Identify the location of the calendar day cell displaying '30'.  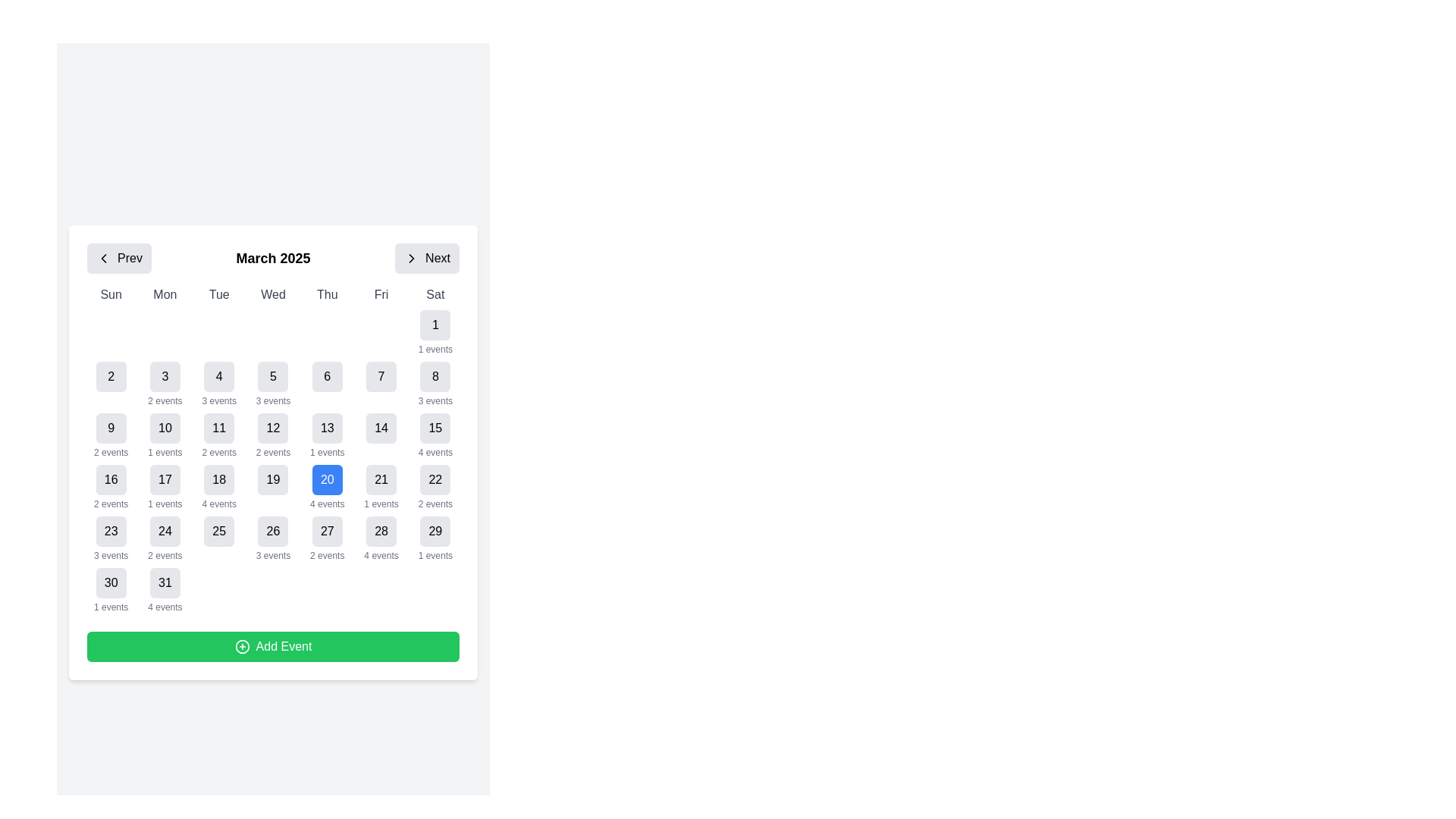
(110, 590).